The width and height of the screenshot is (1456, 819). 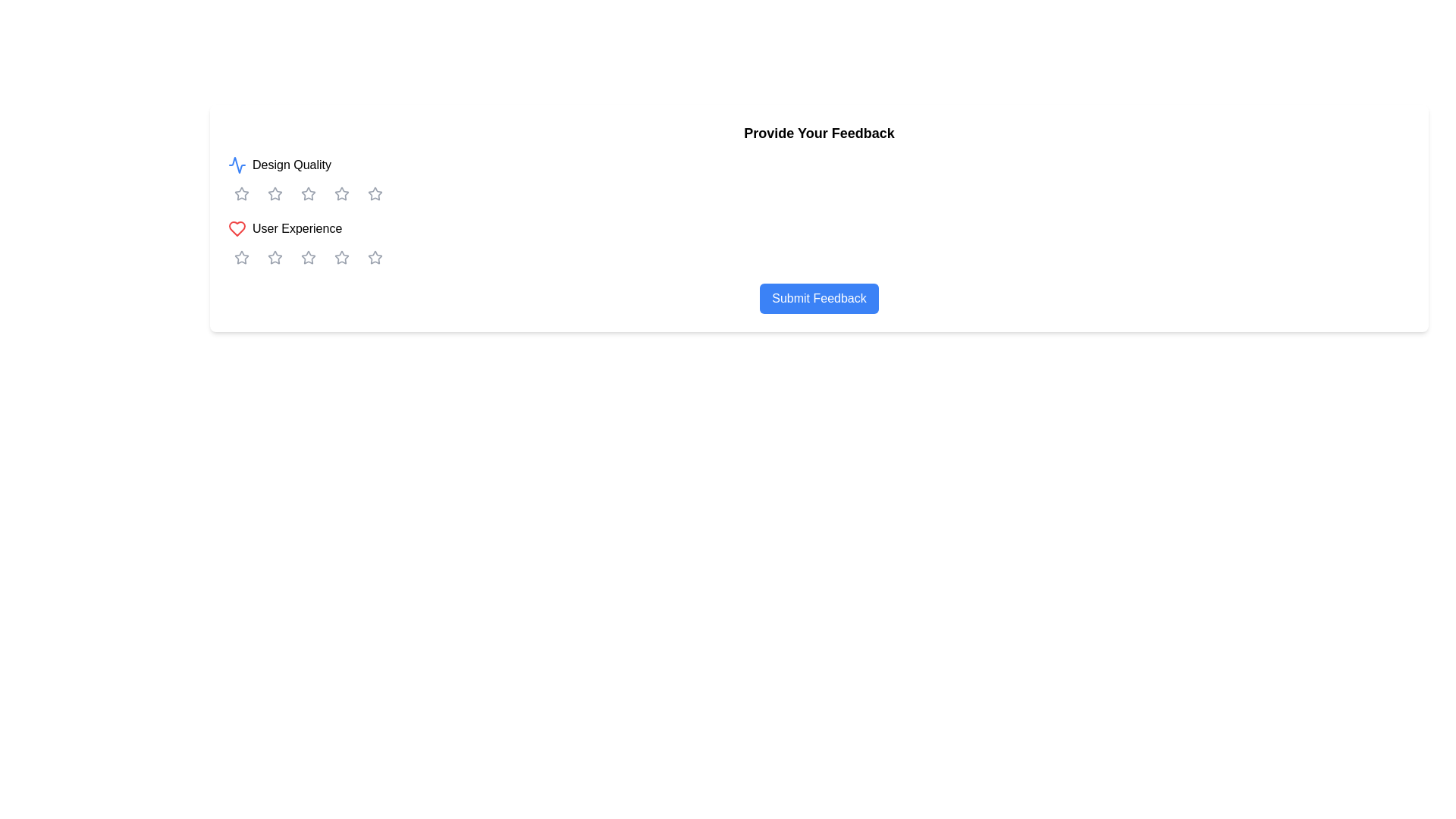 I want to click on the second star button for the 'Design Quality' rating to get focus, so click(x=275, y=193).